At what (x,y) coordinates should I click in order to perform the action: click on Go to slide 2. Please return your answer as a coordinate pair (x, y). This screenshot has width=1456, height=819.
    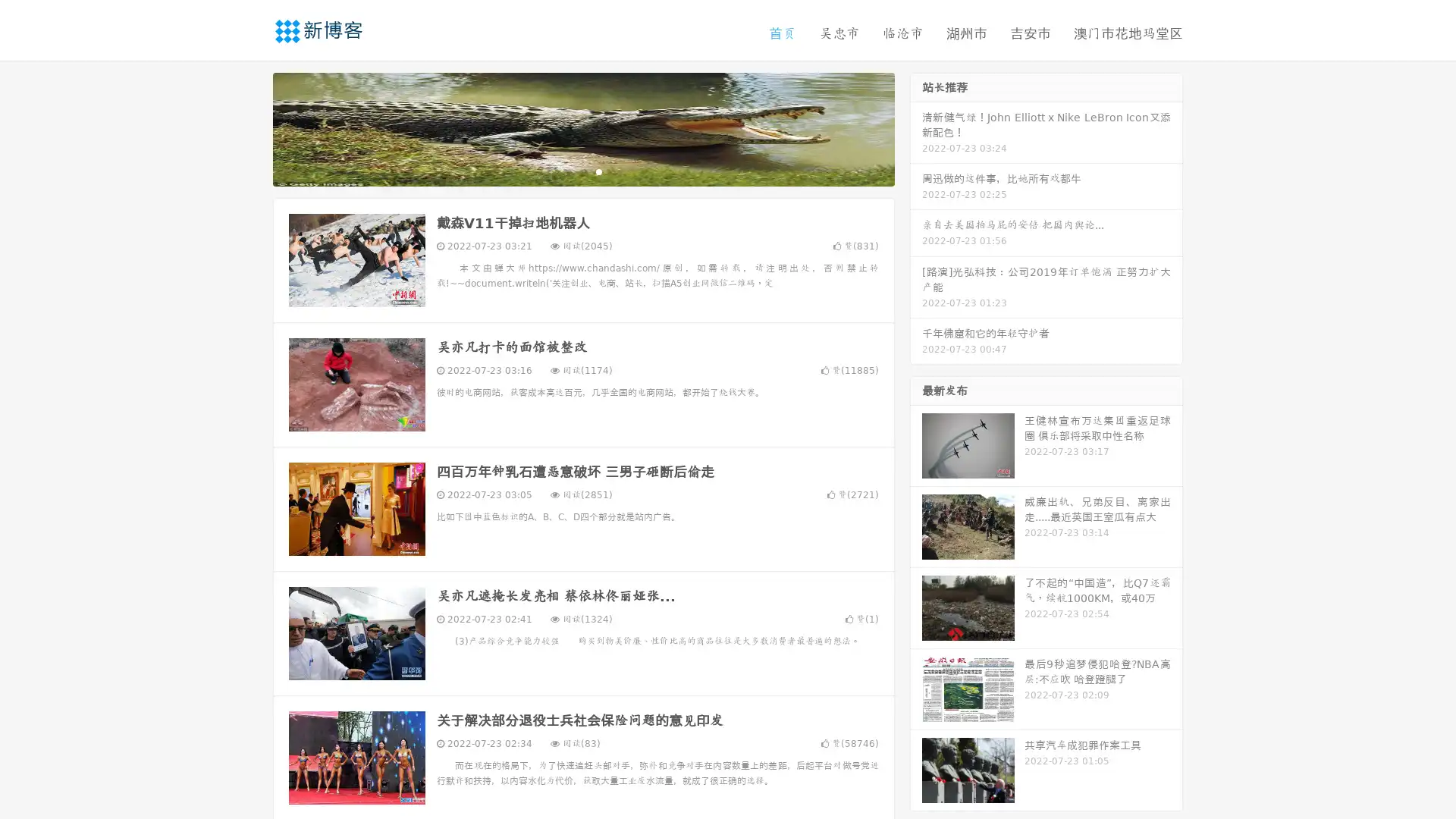
    Looking at the image, I should click on (582, 171).